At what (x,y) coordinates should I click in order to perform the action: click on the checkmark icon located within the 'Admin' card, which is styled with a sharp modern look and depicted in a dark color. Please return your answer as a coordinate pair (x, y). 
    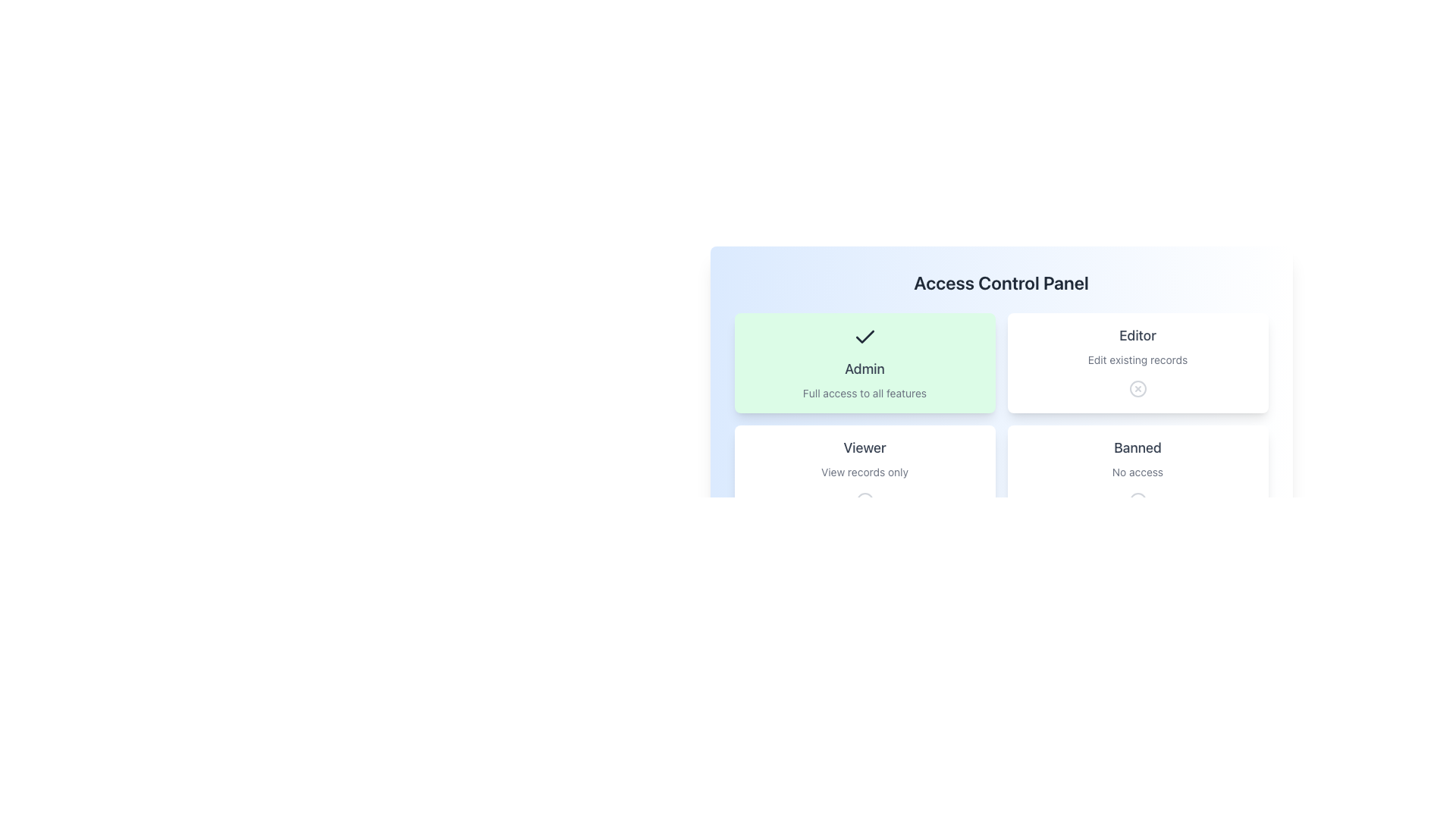
    Looking at the image, I should click on (864, 336).